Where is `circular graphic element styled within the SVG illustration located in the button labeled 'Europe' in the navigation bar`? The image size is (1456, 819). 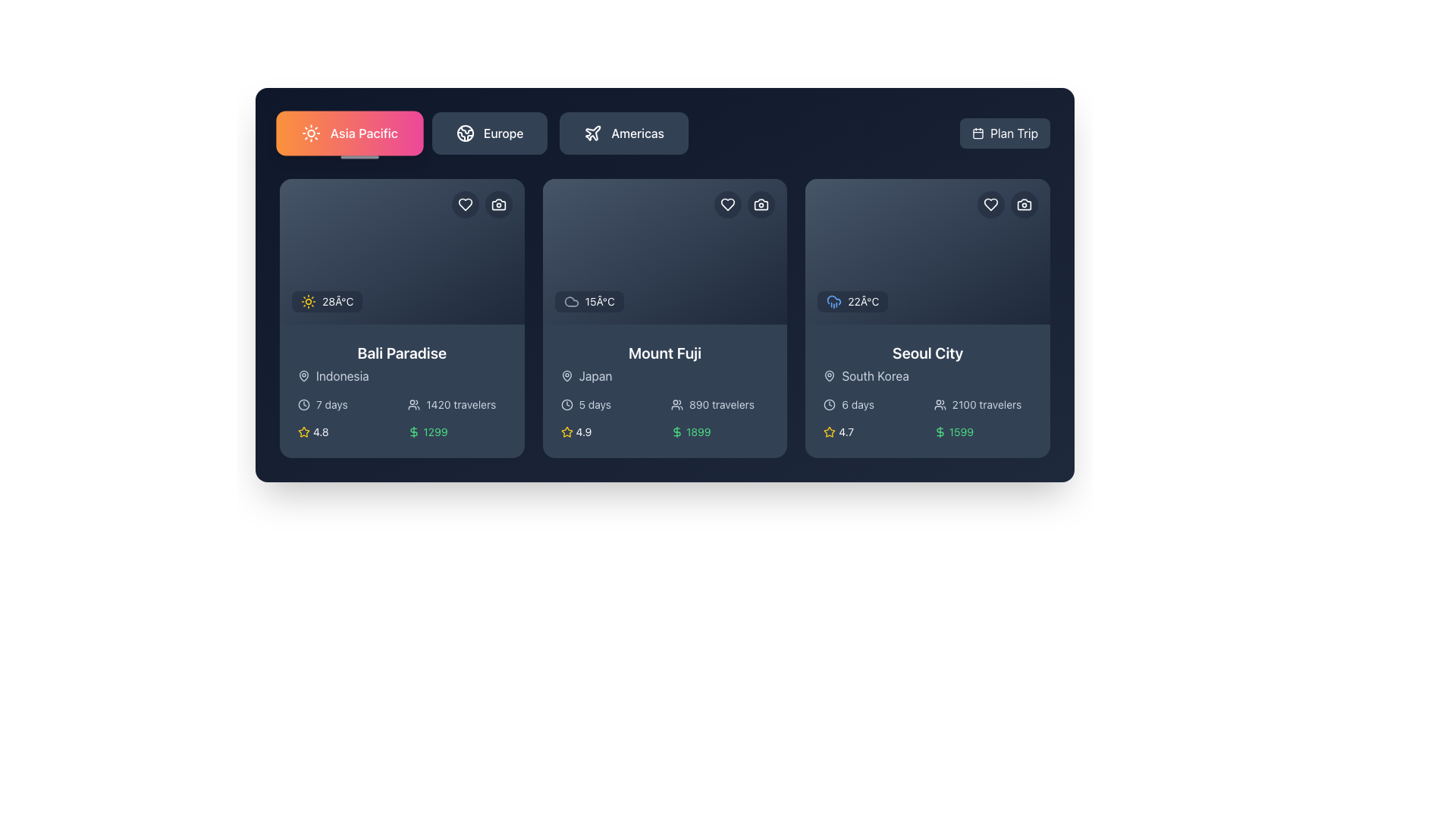
circular graphic element styled within the SVG illustration located in the button labeled 'Europe' in the navigation bar is located at coordinates (465, 133).